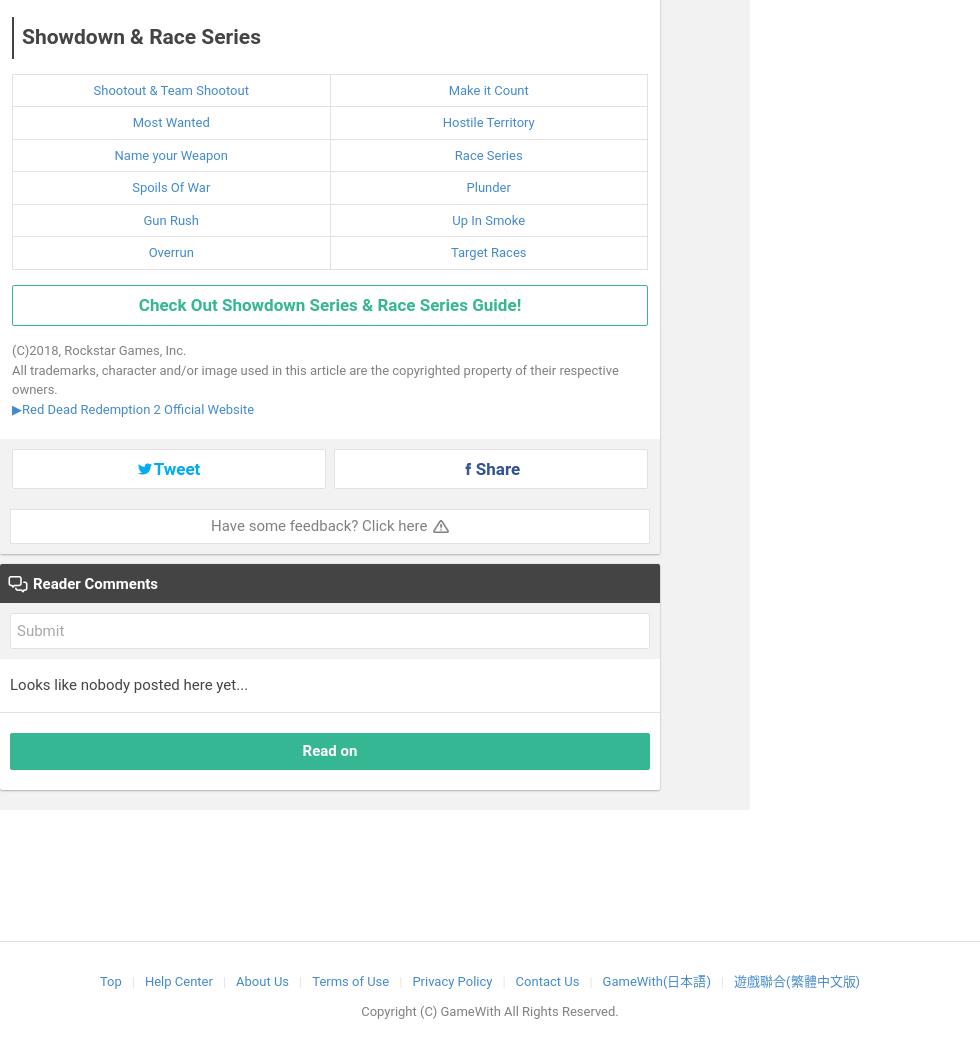  I want to click on 'Copyright (C)', so click(400, 1009).